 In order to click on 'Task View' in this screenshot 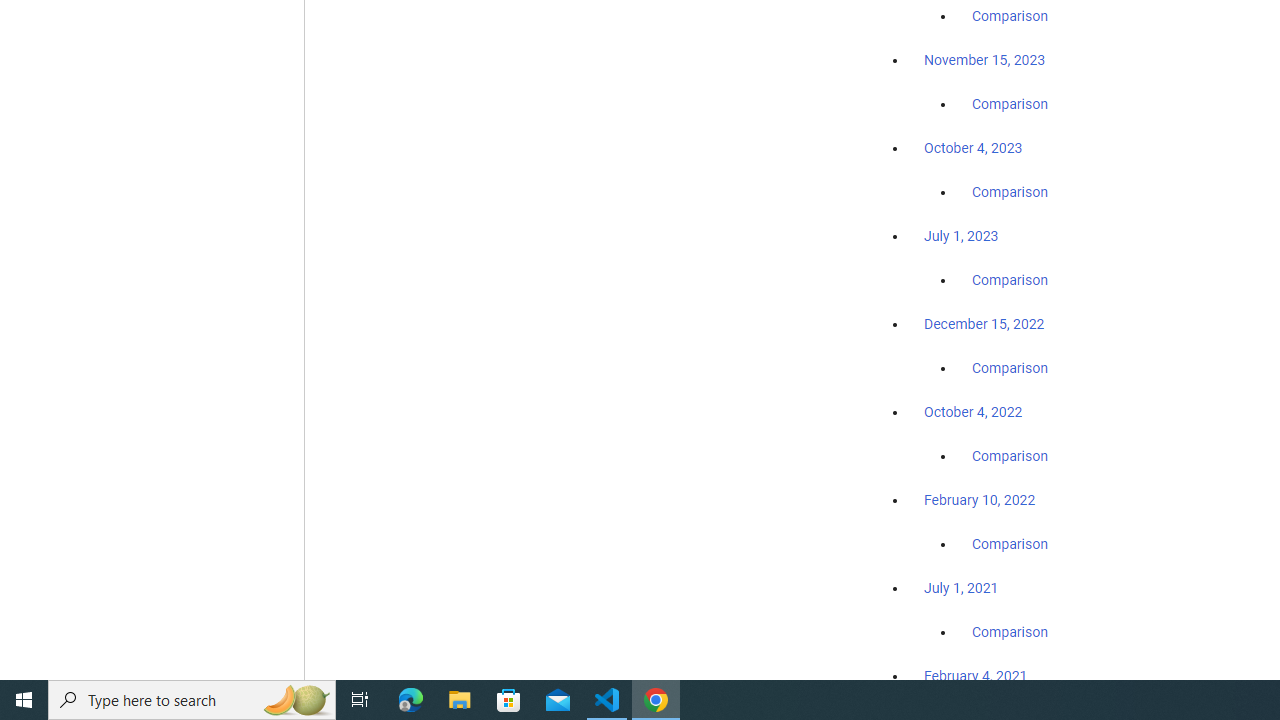, I will do `click(359, 698)`.